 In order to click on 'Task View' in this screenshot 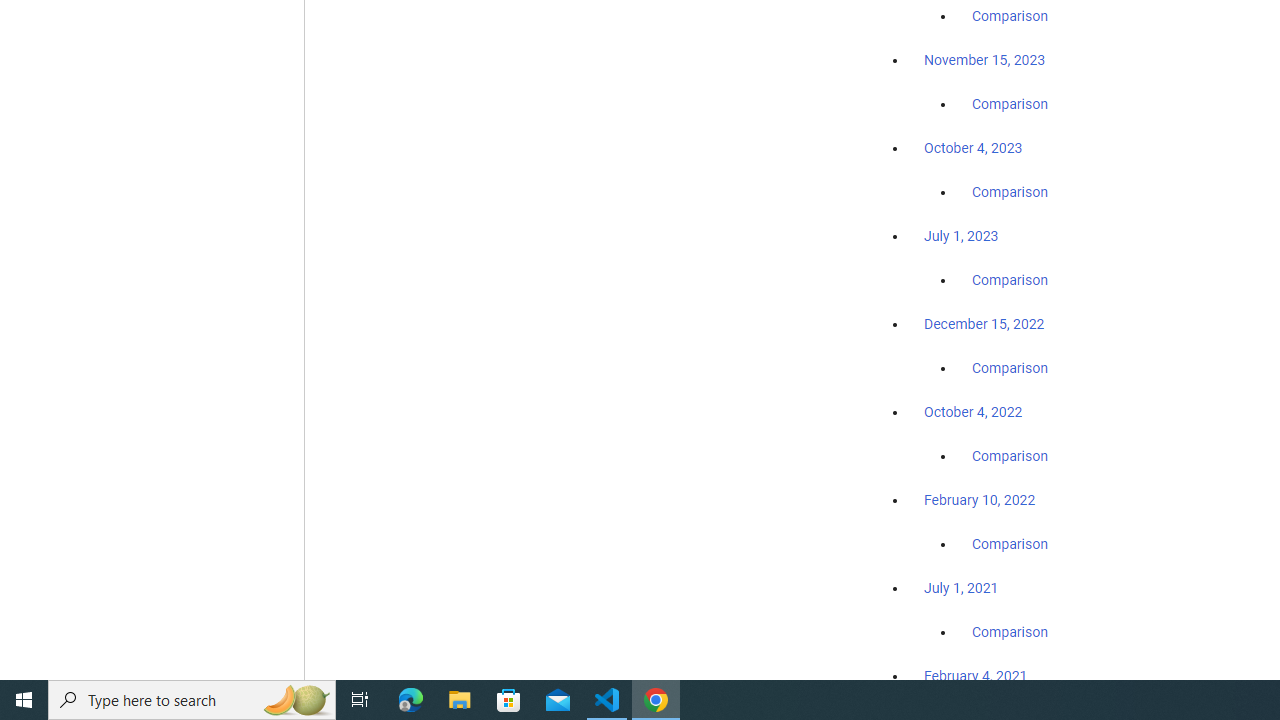, I will do `click(359, 698)`.